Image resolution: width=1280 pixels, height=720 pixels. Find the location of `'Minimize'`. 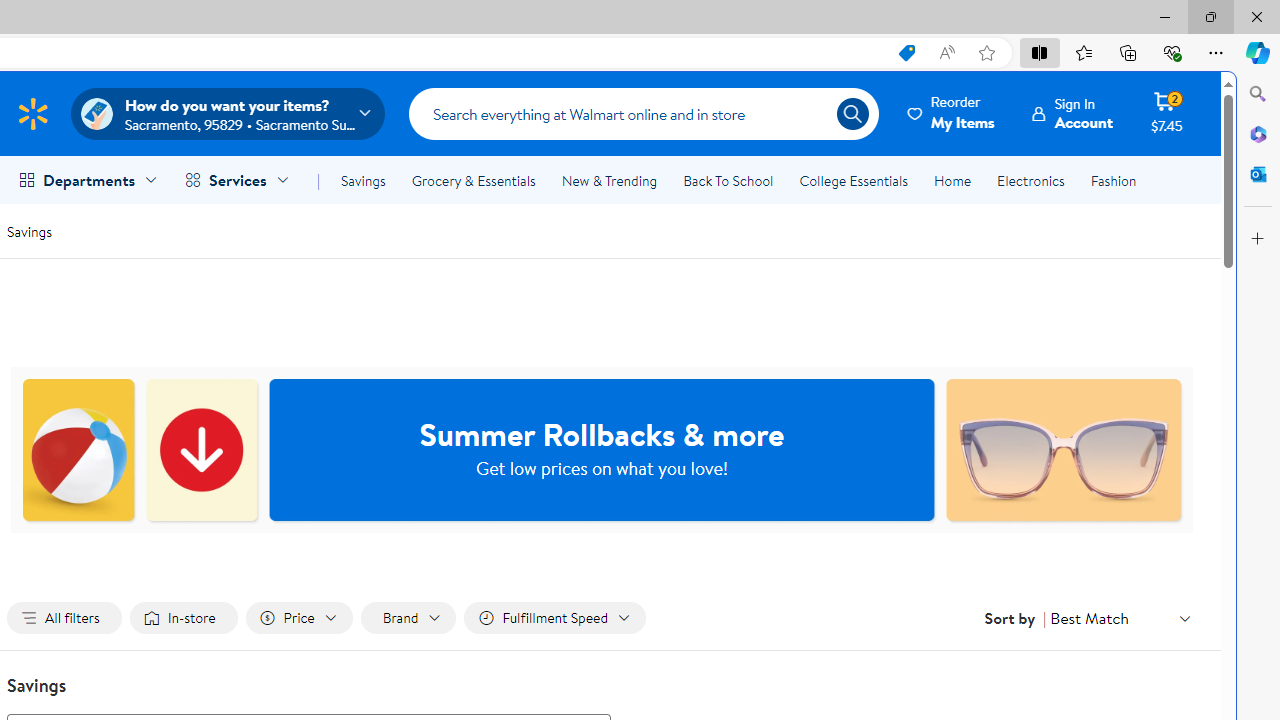

'Minimize' is located at coordinates (1164, 16).